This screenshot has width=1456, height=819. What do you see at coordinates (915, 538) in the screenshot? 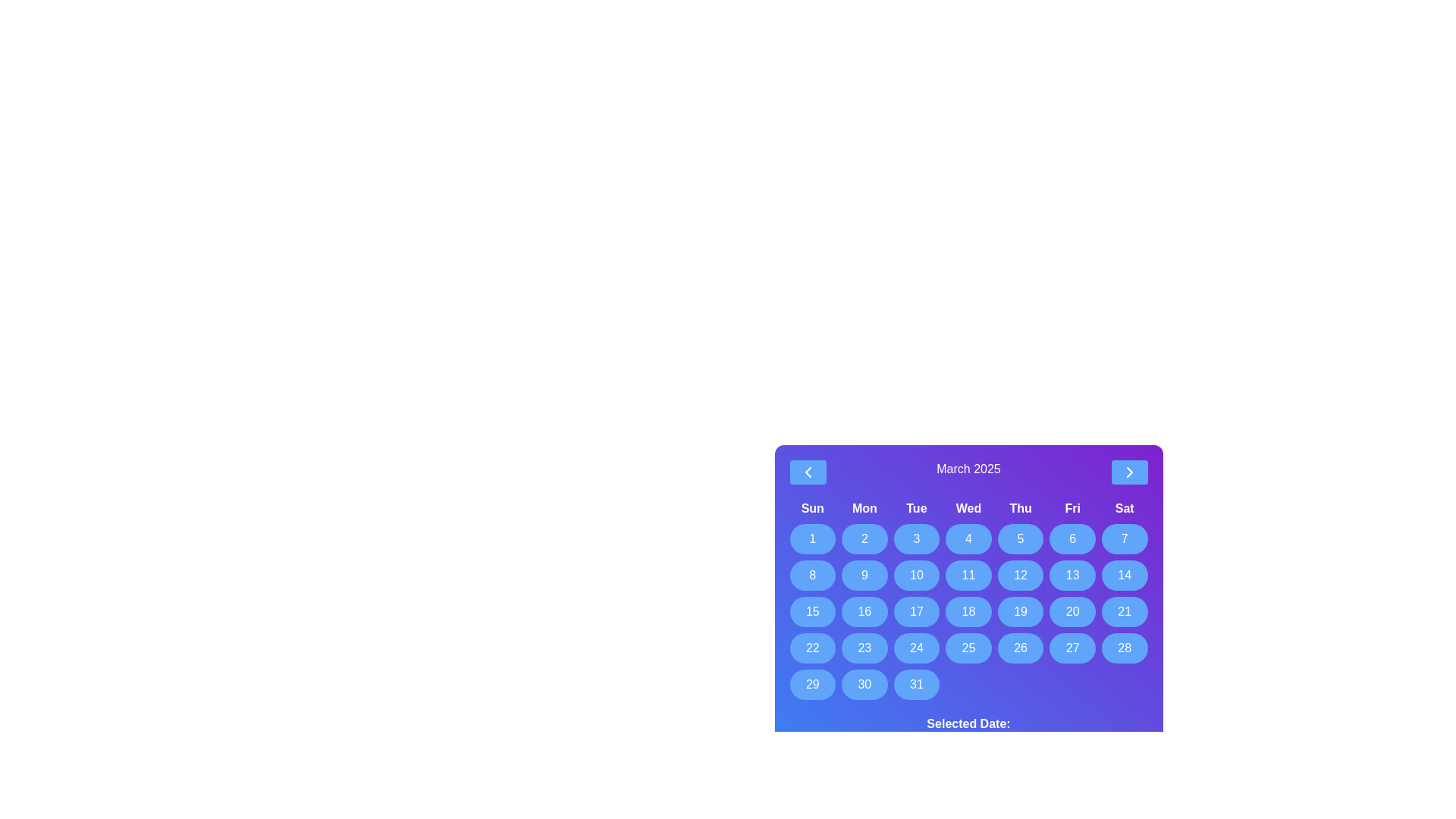
I see `the rounded blue button with a white number '3' centered inside` at bounding box center [915, 538].